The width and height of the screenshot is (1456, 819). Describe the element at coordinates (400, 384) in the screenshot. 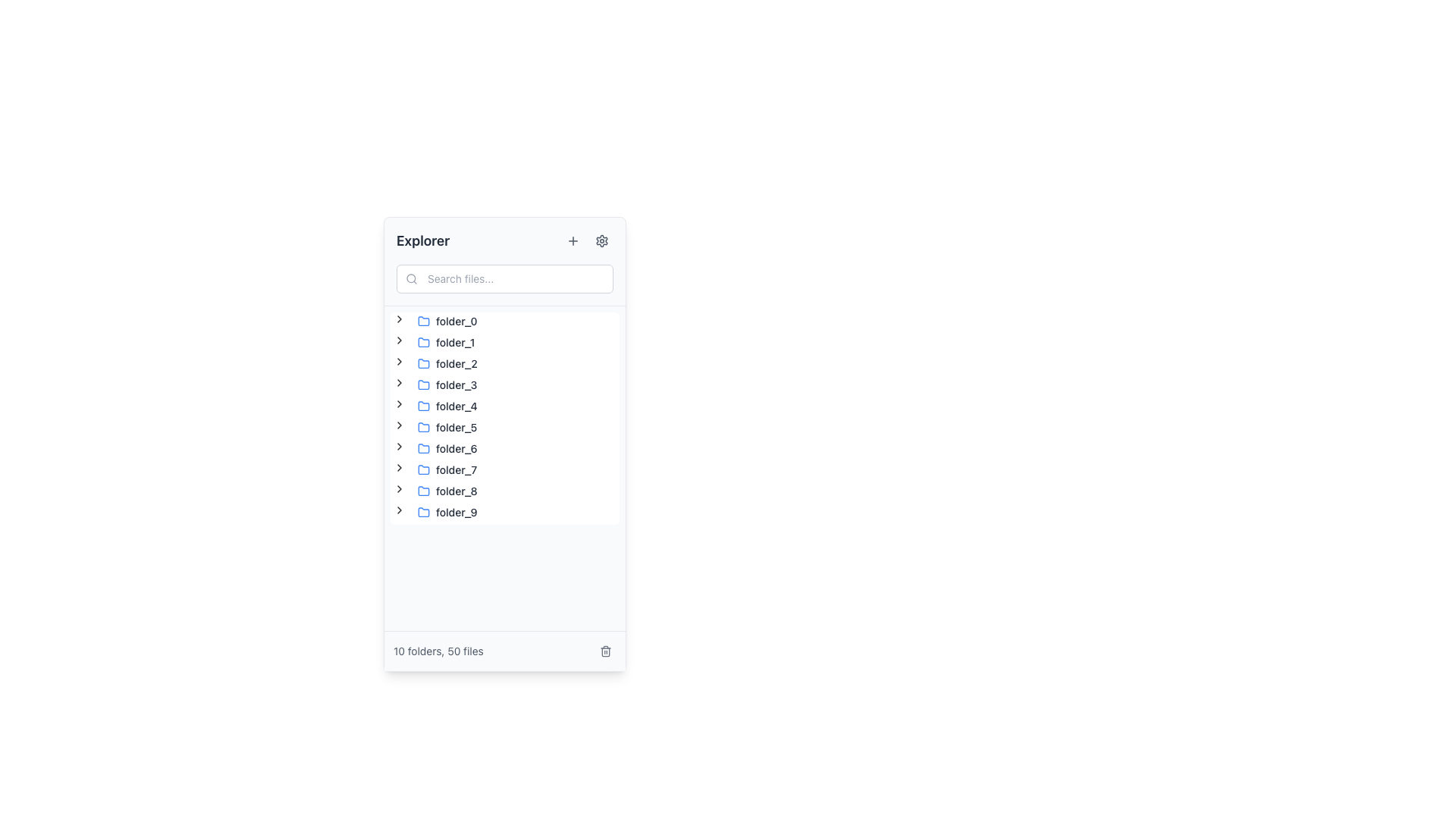

I see `the right-pointing chevron icon next to the label 'folder_3'` at that location.